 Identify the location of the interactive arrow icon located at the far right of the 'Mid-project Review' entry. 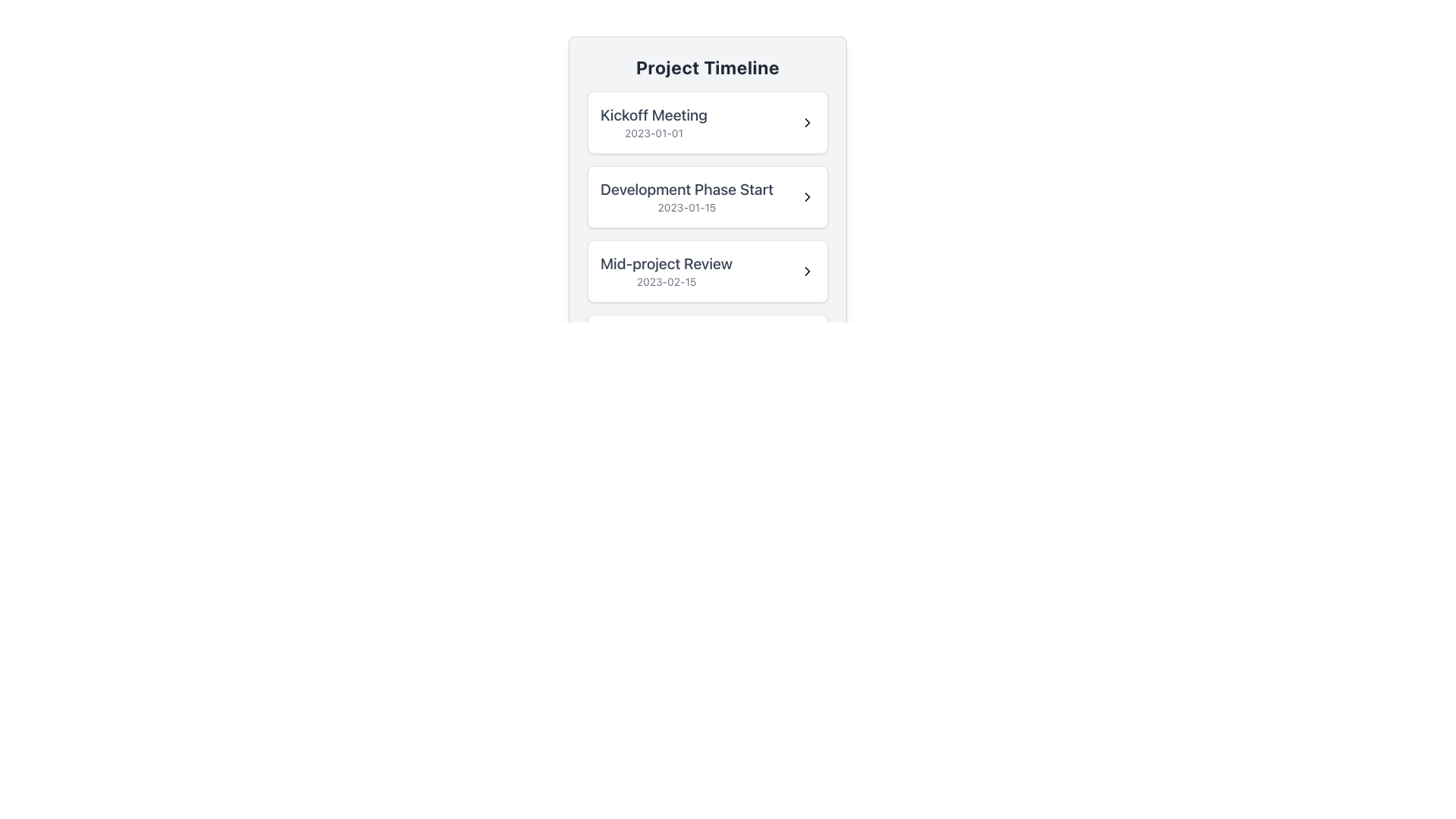
(807, 271).